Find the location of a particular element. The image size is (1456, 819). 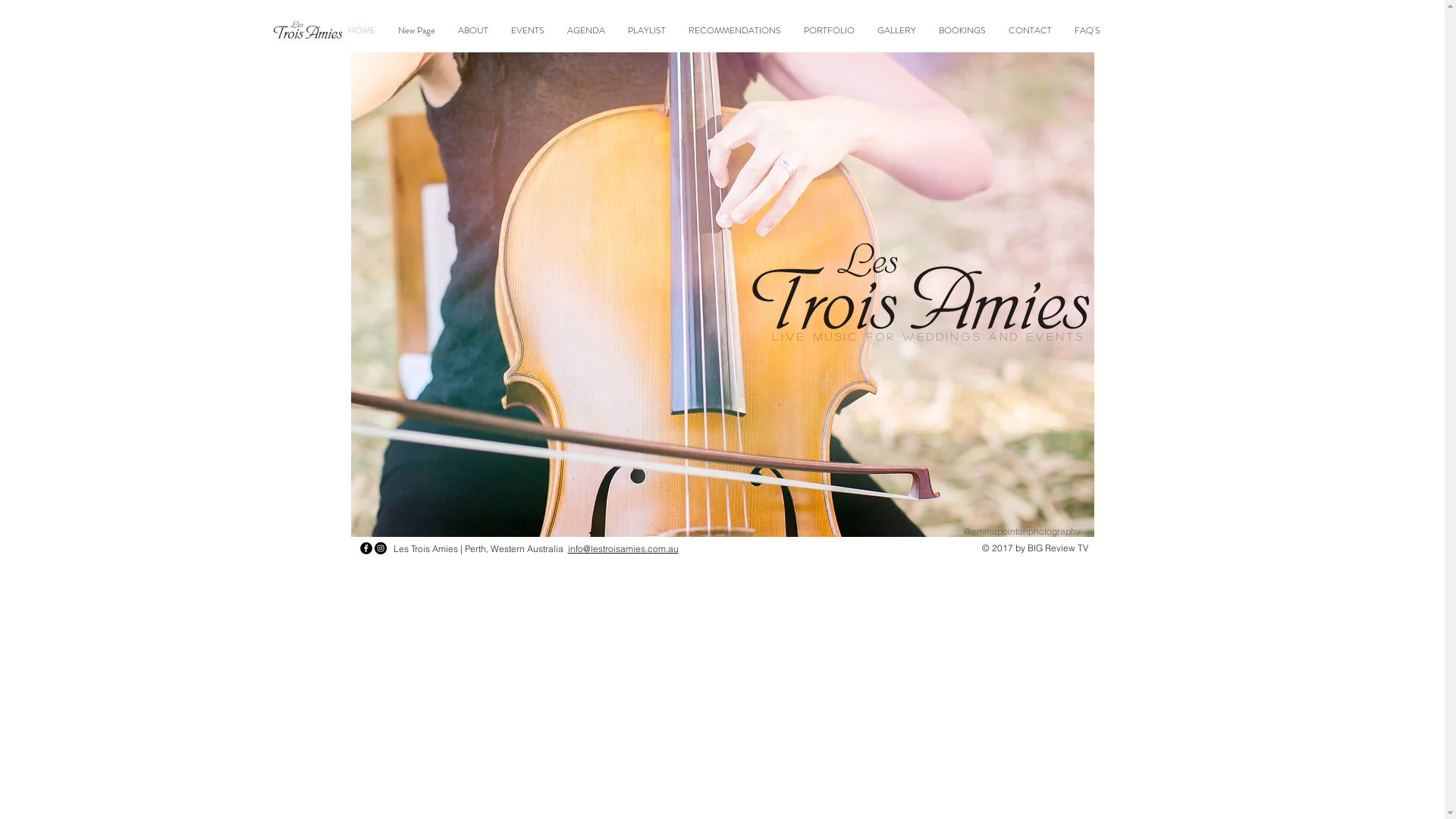

'PORTFOLIO' is located at coordinates (828, 30).